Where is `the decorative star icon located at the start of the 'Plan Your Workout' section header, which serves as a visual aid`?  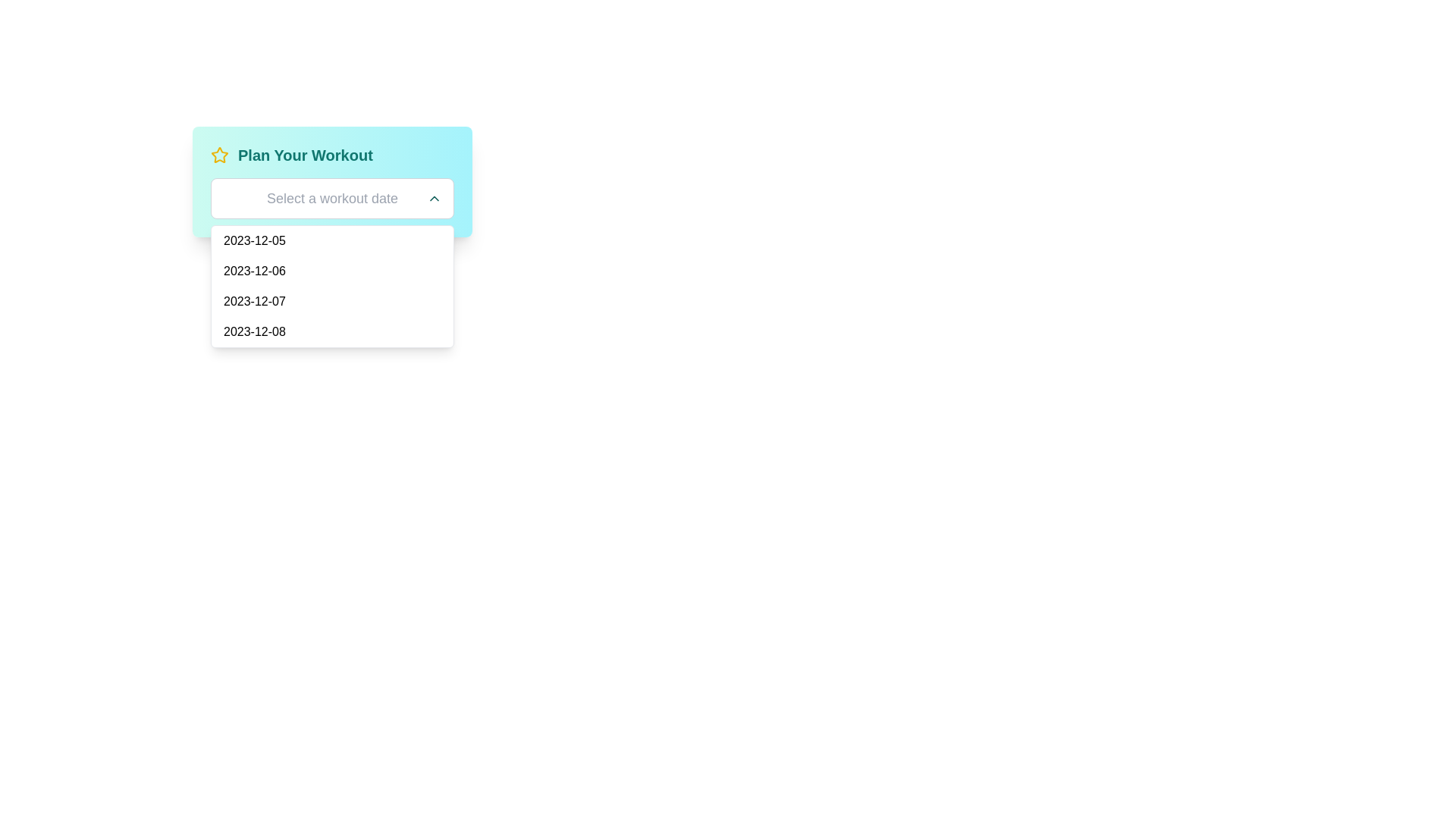 the decorative star icon located at the start of the 'Plan Your Workout' section header, which serves as a visual aid is located at coordinates (218, 155).